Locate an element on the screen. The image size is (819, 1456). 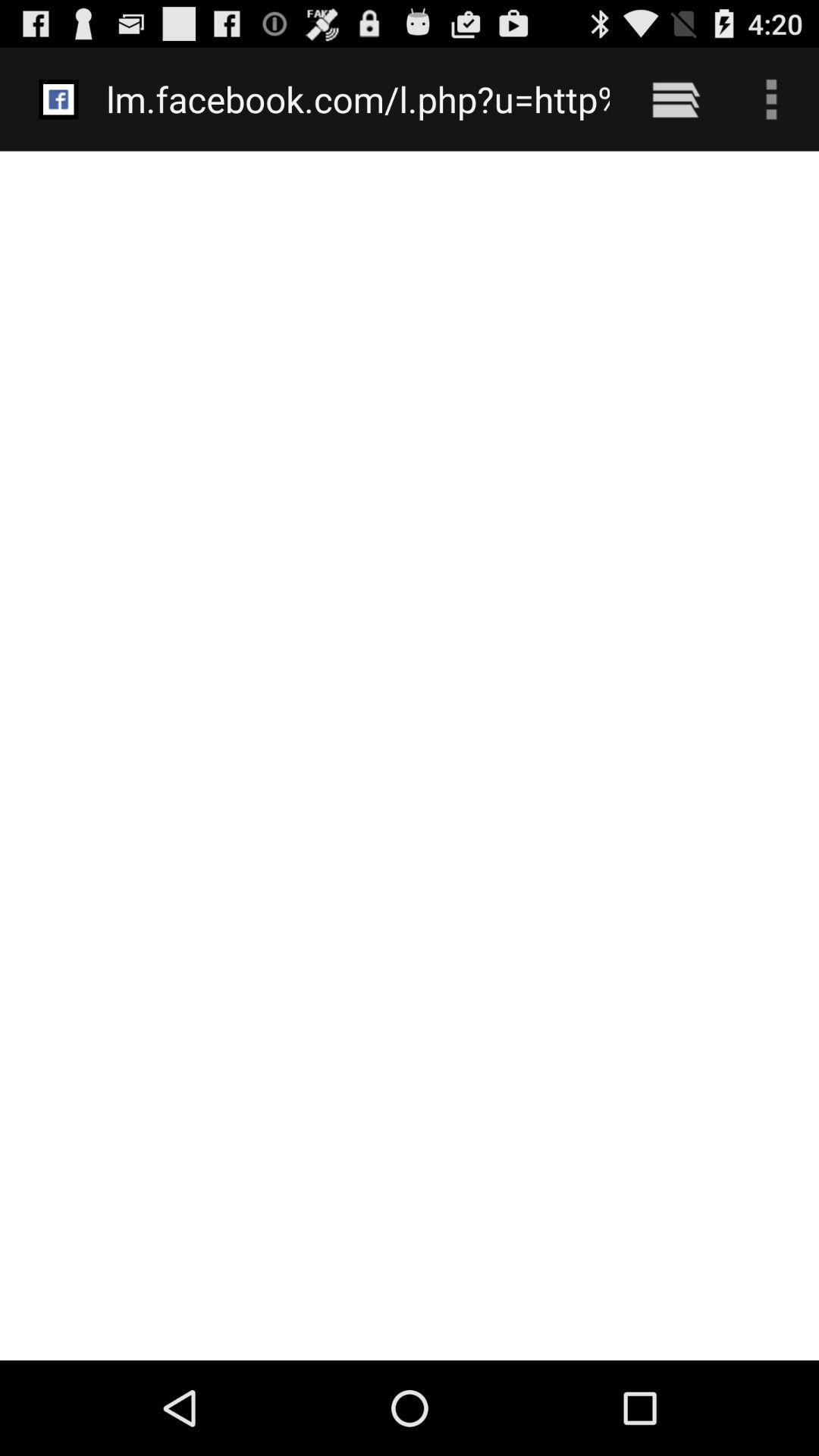
lm facebook com icon is located at coordinates (358, 99).